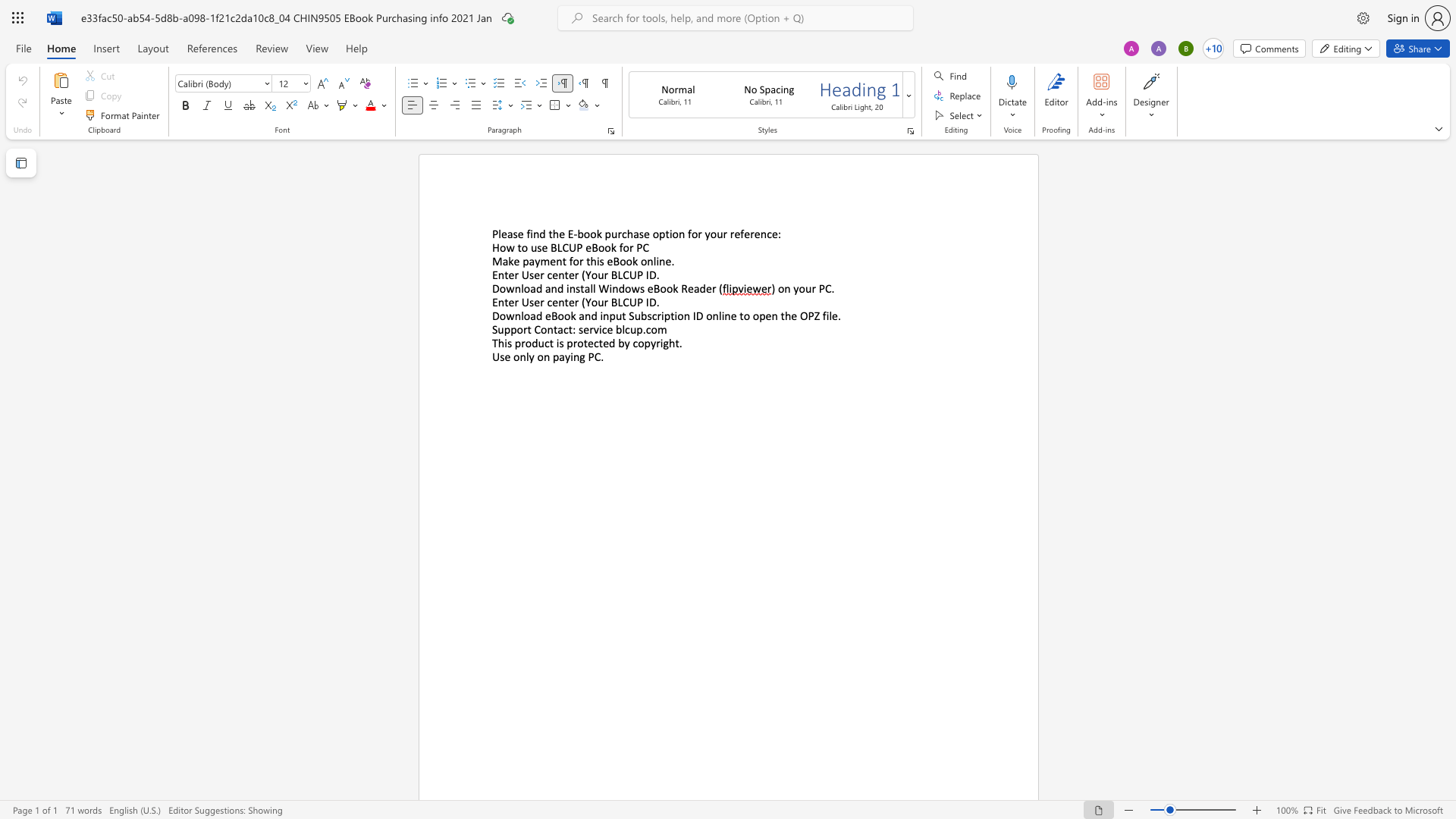 This screenshot has height=819, width=1456. I want to click on the space between the continuous character "B" and "o" in the text, so click(620, 260).